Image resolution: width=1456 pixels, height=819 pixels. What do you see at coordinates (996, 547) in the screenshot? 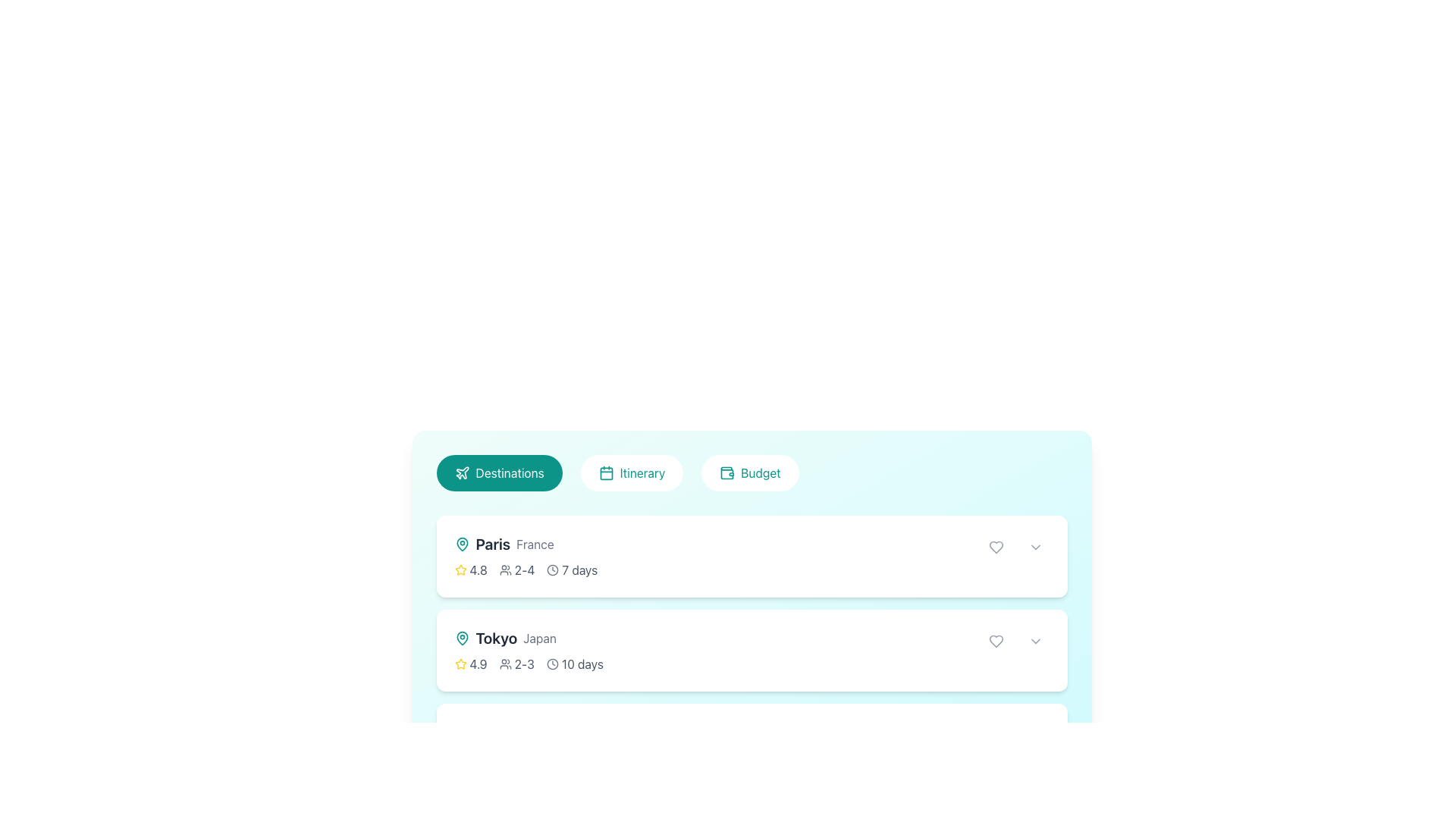
I see `the 'favorite' button located in the top-right corner of the destination card` at bounding box center [996, 547].